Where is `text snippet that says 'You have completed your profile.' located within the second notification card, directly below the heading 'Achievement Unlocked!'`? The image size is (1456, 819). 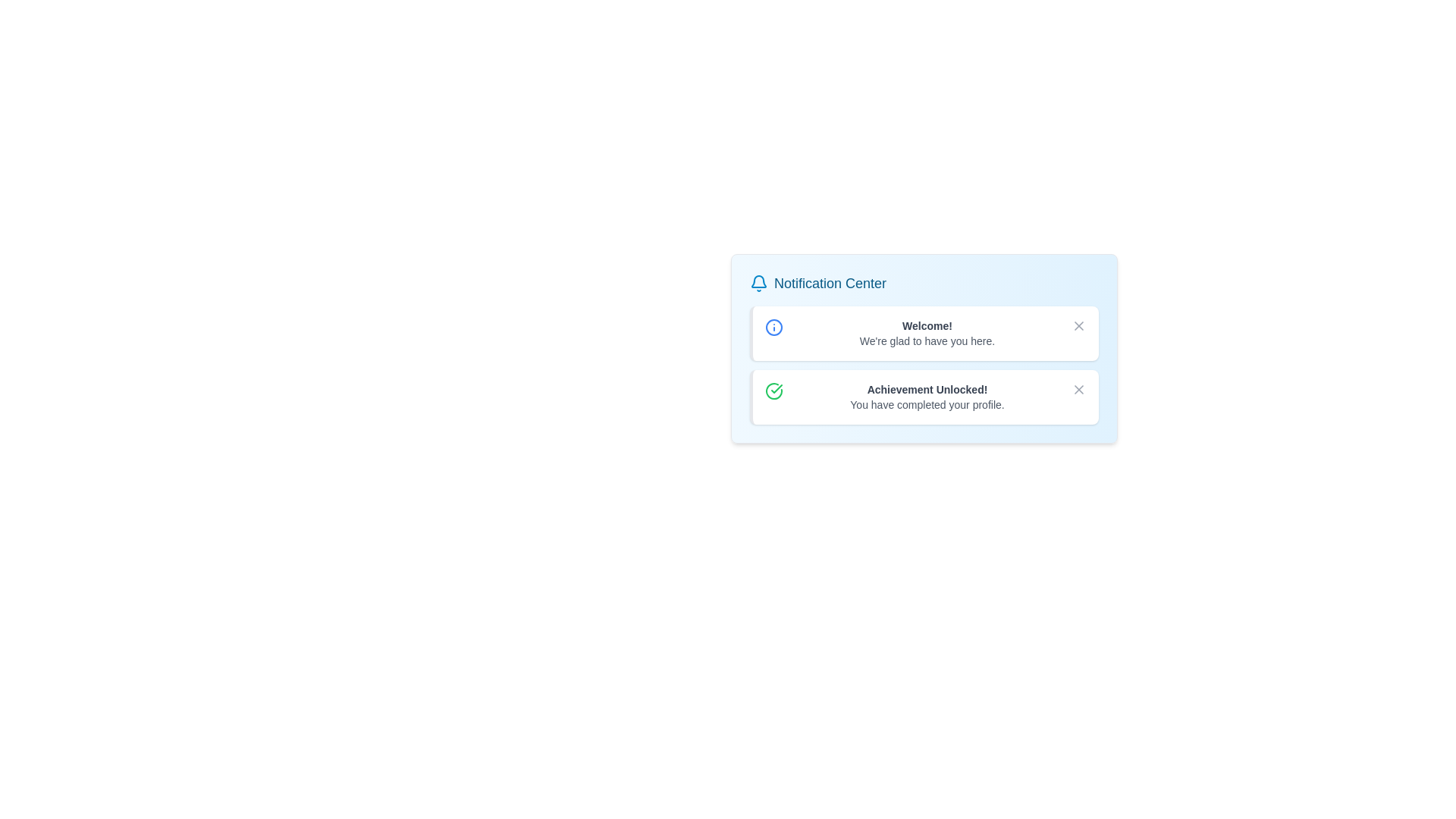
text snippet that says 'You have completed your profile.' located within the second notification card, directly below the heading 'Achievement Unlocked!' is located at coordinates (927, 403).